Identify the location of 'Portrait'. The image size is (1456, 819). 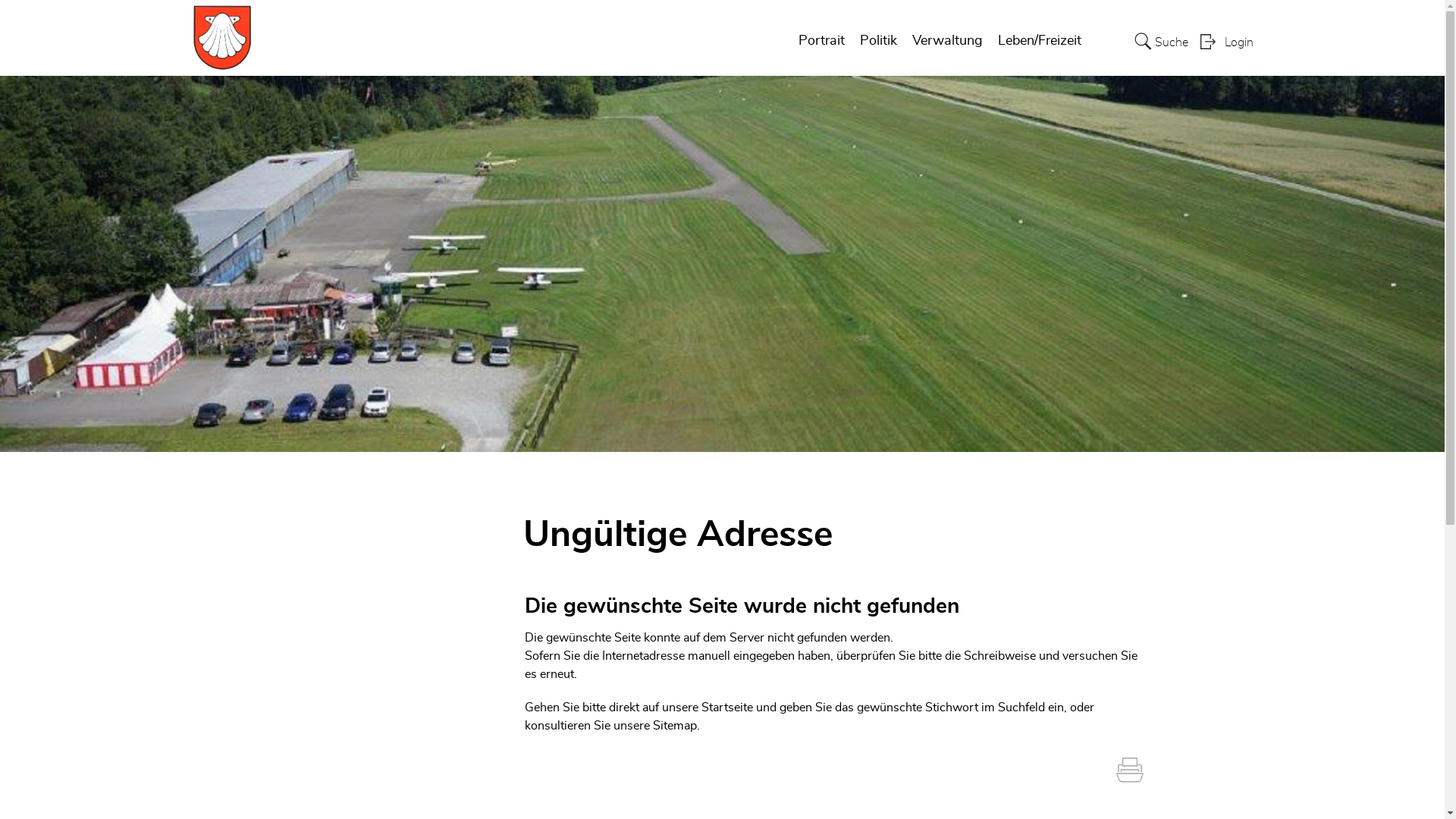
(820, 40).